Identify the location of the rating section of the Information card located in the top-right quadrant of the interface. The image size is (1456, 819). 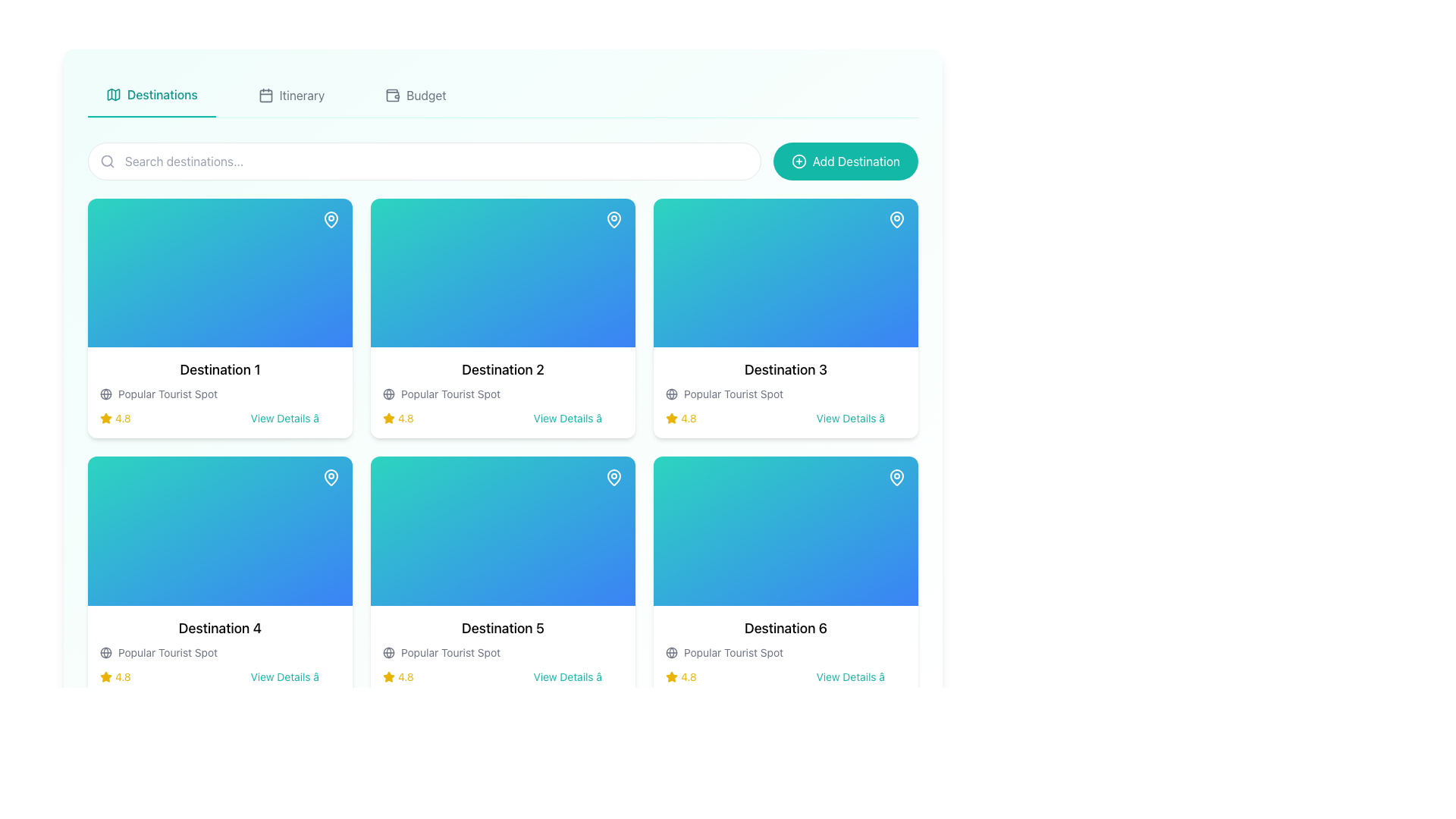
(786, 392).